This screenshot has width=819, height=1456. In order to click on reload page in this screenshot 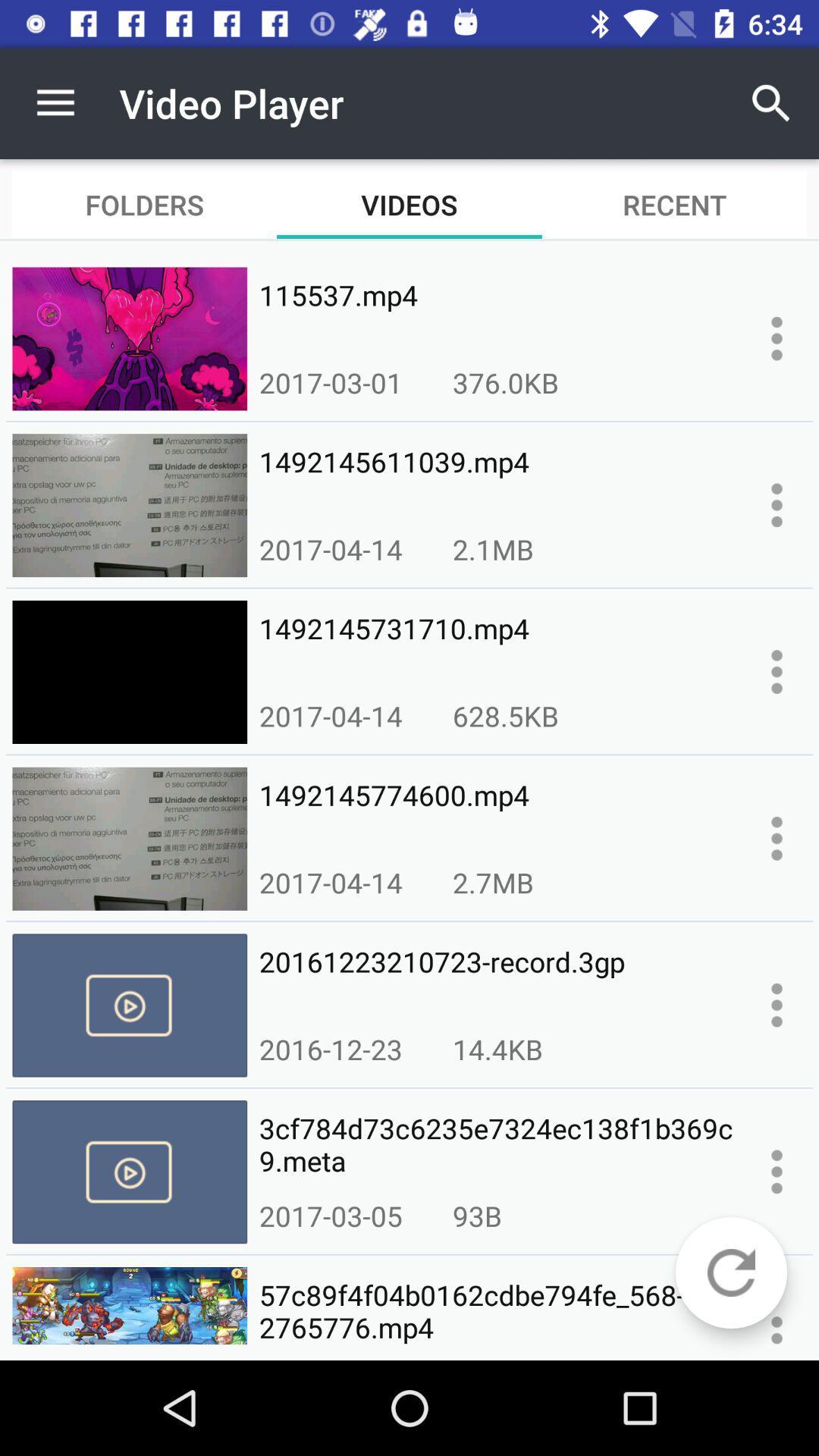, I will do `click(730, 1272)`.